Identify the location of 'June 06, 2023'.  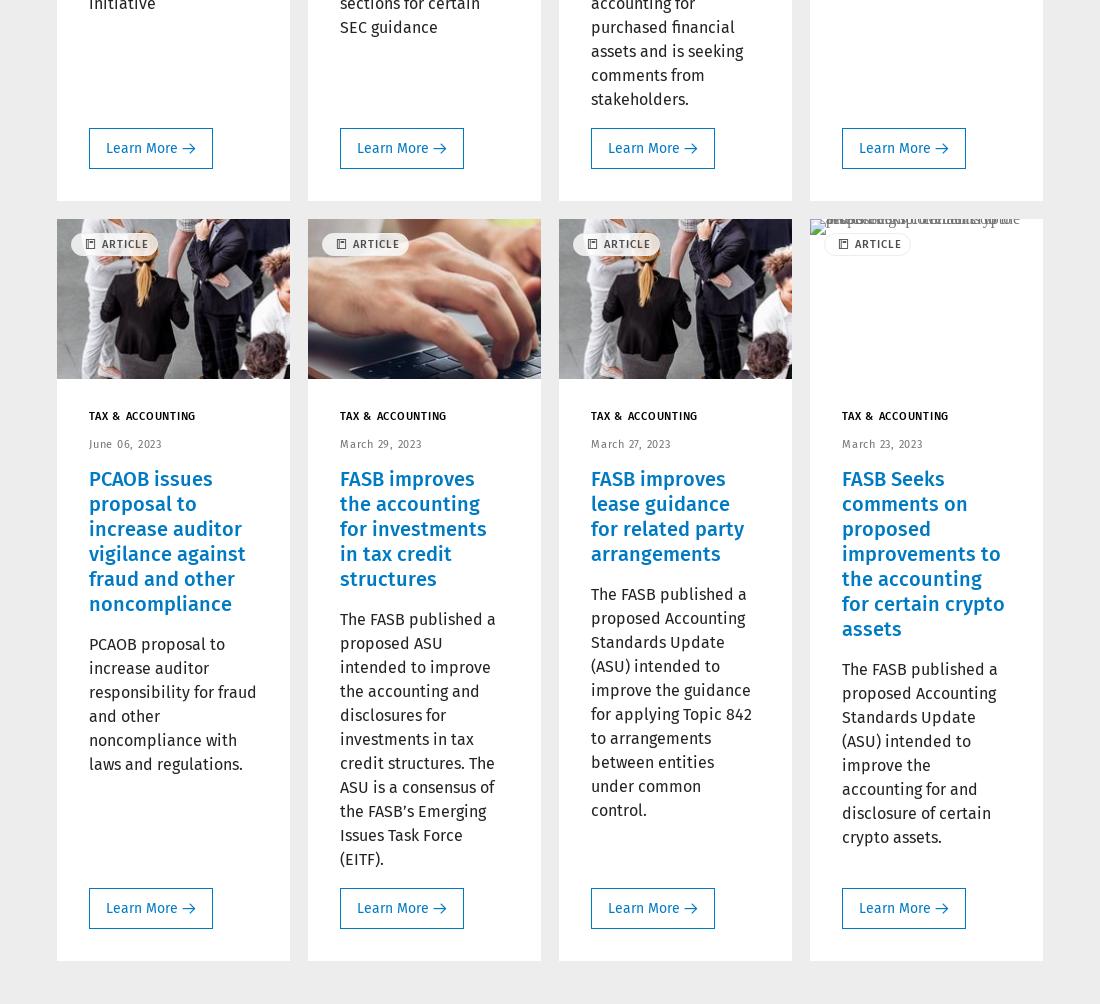
(124, 442).